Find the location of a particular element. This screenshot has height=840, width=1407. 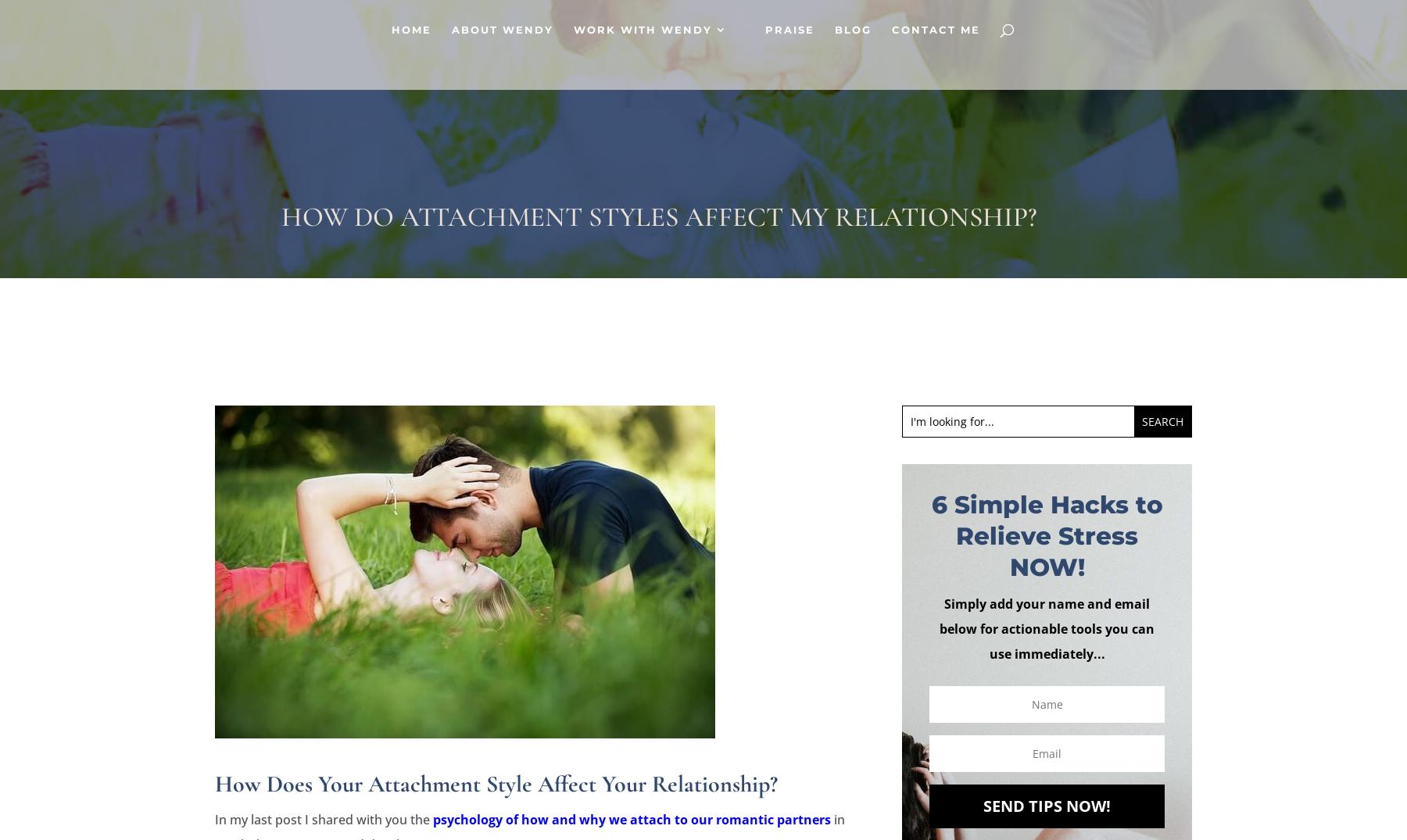

'Parenting A Struggling Teen Program' is located at coordinates (854, 325).